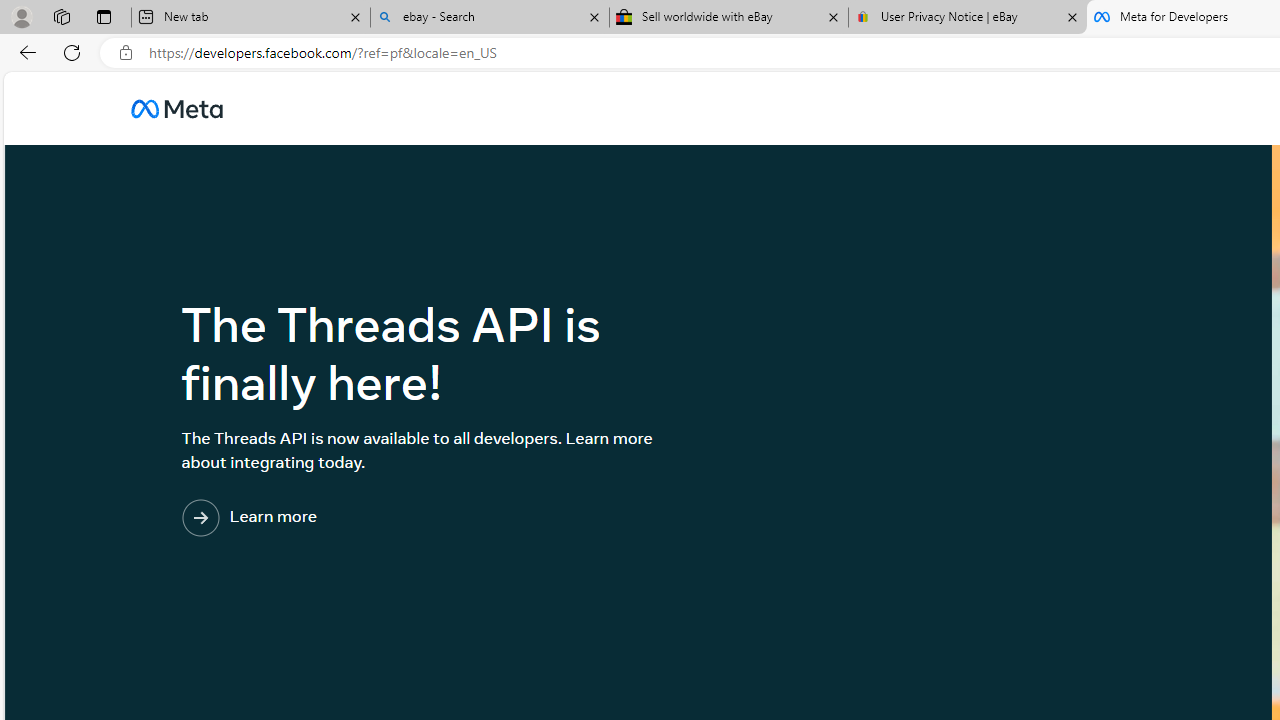  I want to click on 'AutomationID: u_0_25_3H', so click(176, 108).